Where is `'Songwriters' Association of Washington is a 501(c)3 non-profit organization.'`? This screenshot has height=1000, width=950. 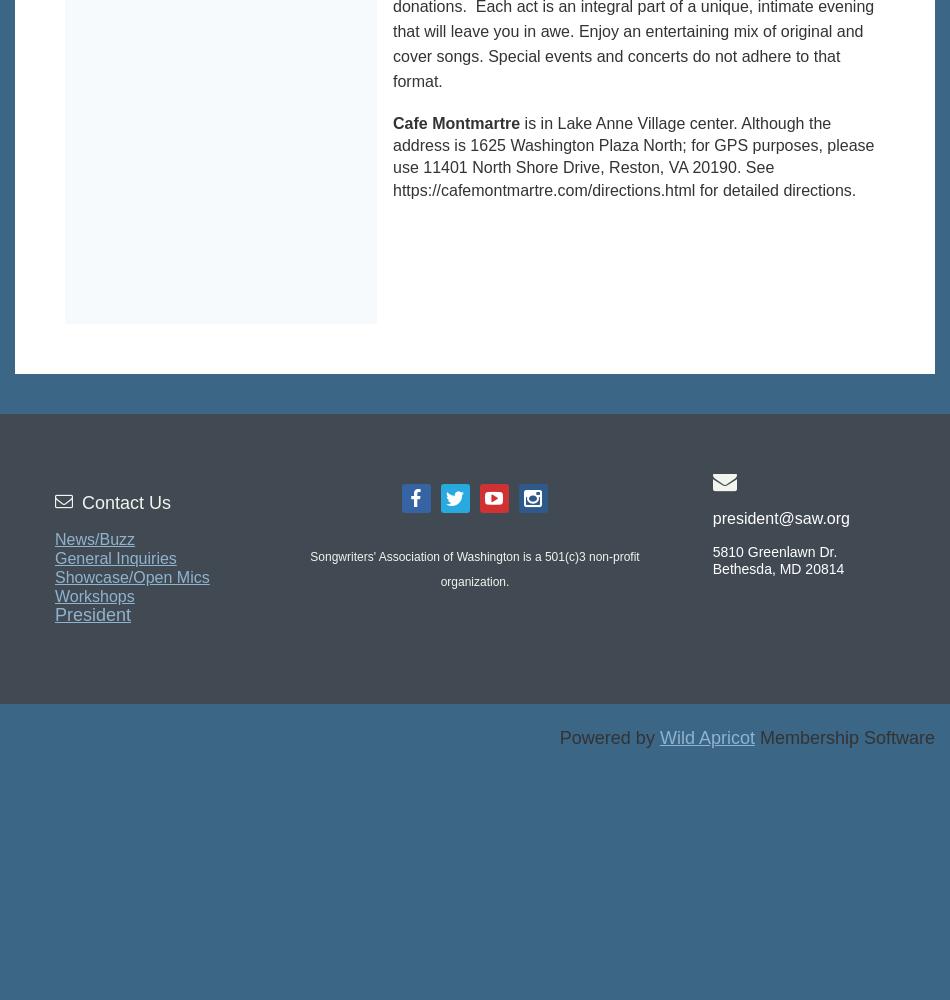
'Songwriters' Association of Washington is a 501(c)3 non-profit organization.' is located at coordinates (308, 568).